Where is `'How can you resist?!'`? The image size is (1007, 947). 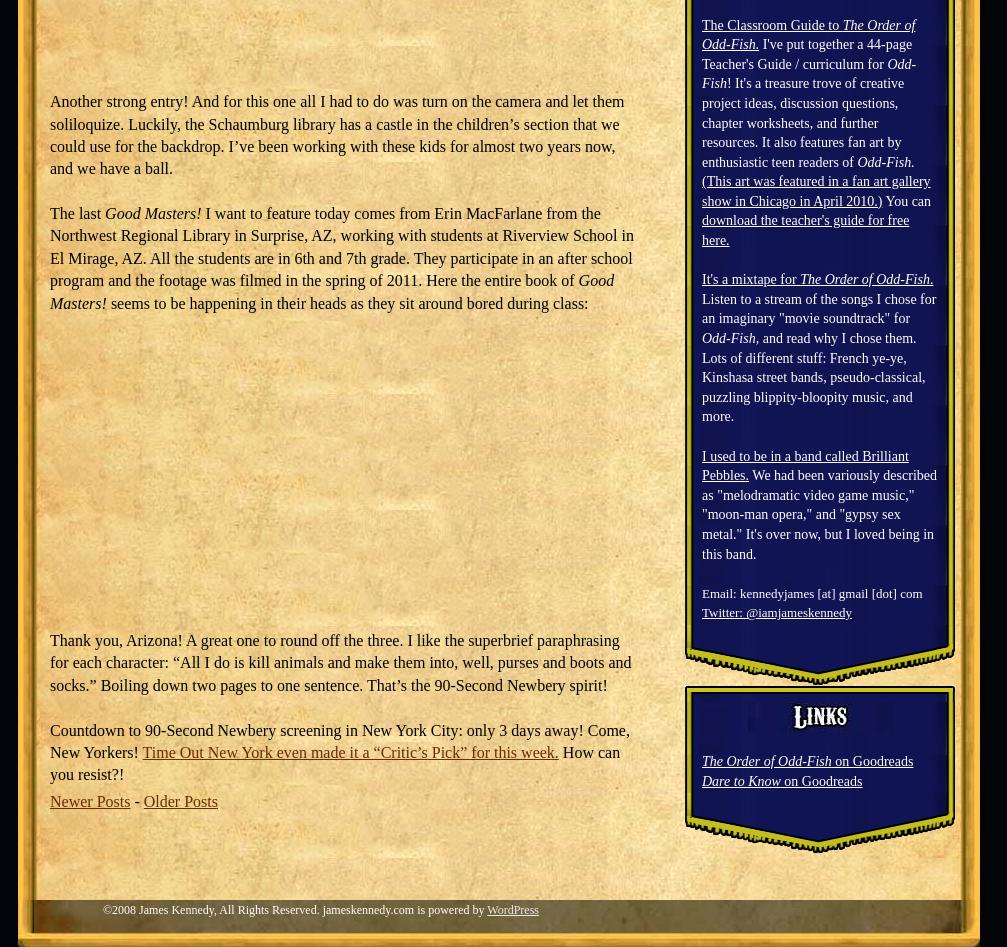 'How can you resist?!' is located at coordinates (335, 762).